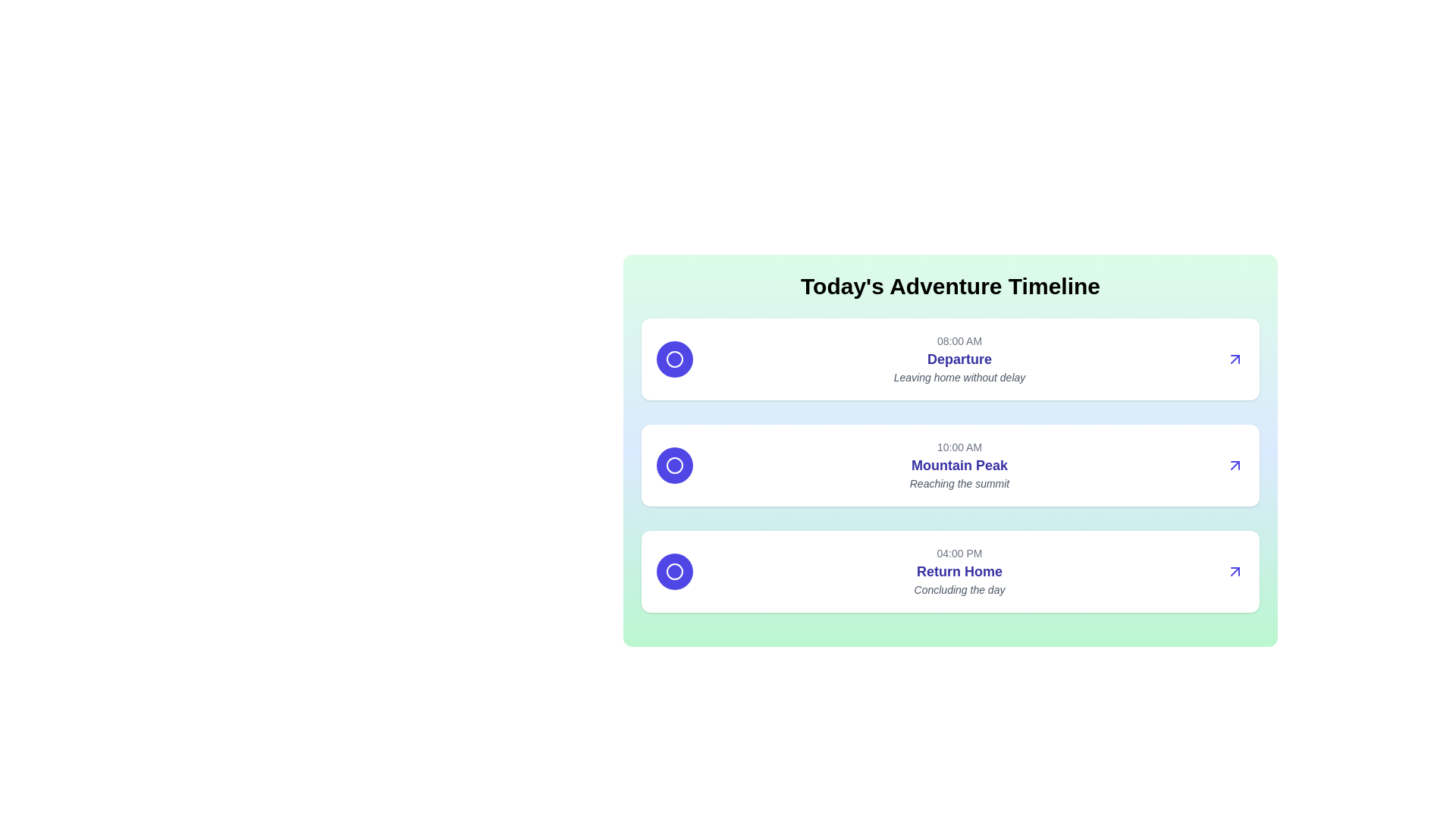 The height and width of the screenshot is (819, 1456). Describe the element at coordinates (959, 571) in the screenshot. I see `the Timeline Entry titled 'Return Home' located within the right portion of the third item in a vertical list of timeline events, styled with a gray time label, an indigo title, and a gray italic subtitle` at that location.